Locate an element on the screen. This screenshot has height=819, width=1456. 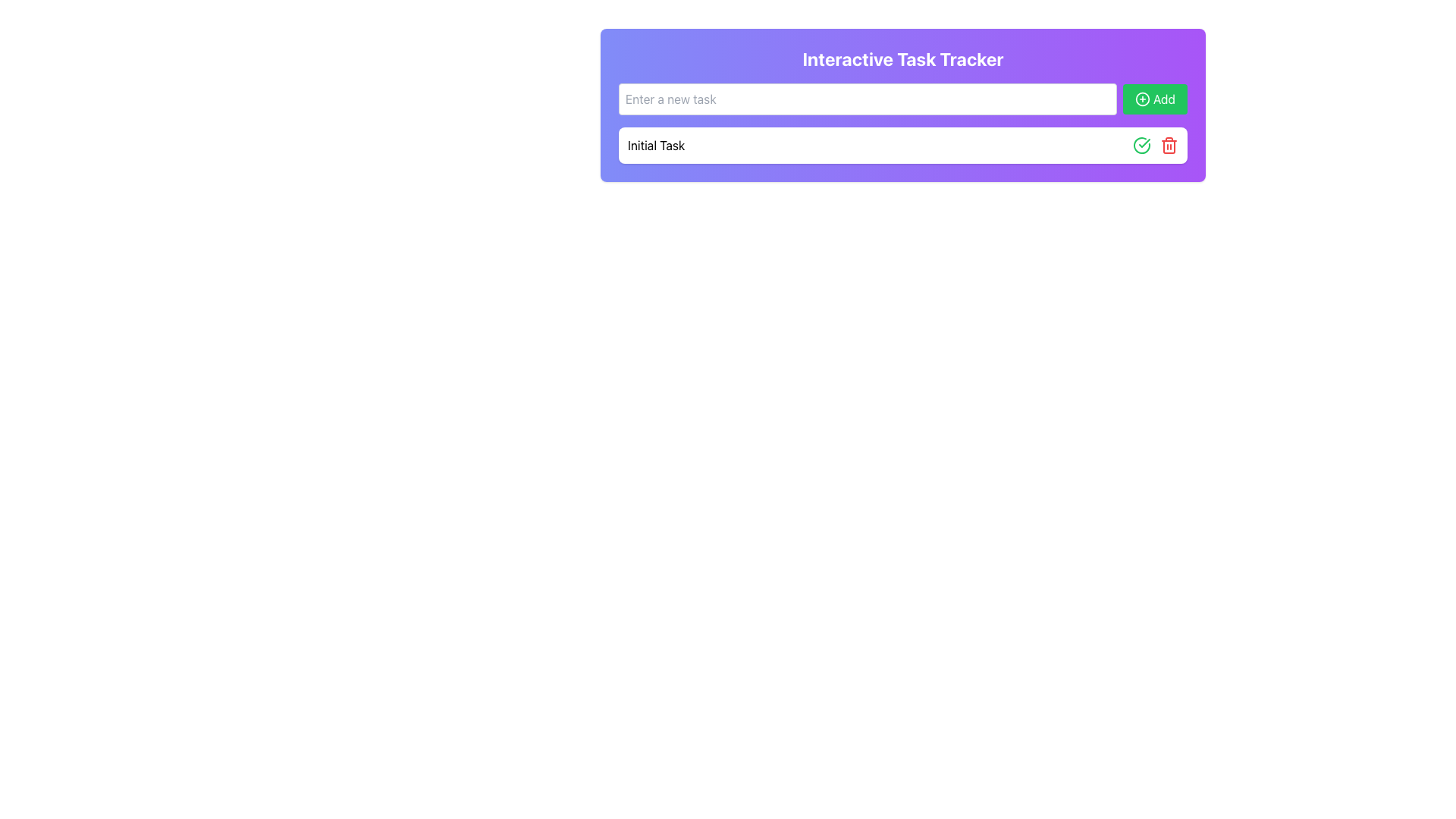
the red trash bin icon button is located at coordinates (1168, 146).